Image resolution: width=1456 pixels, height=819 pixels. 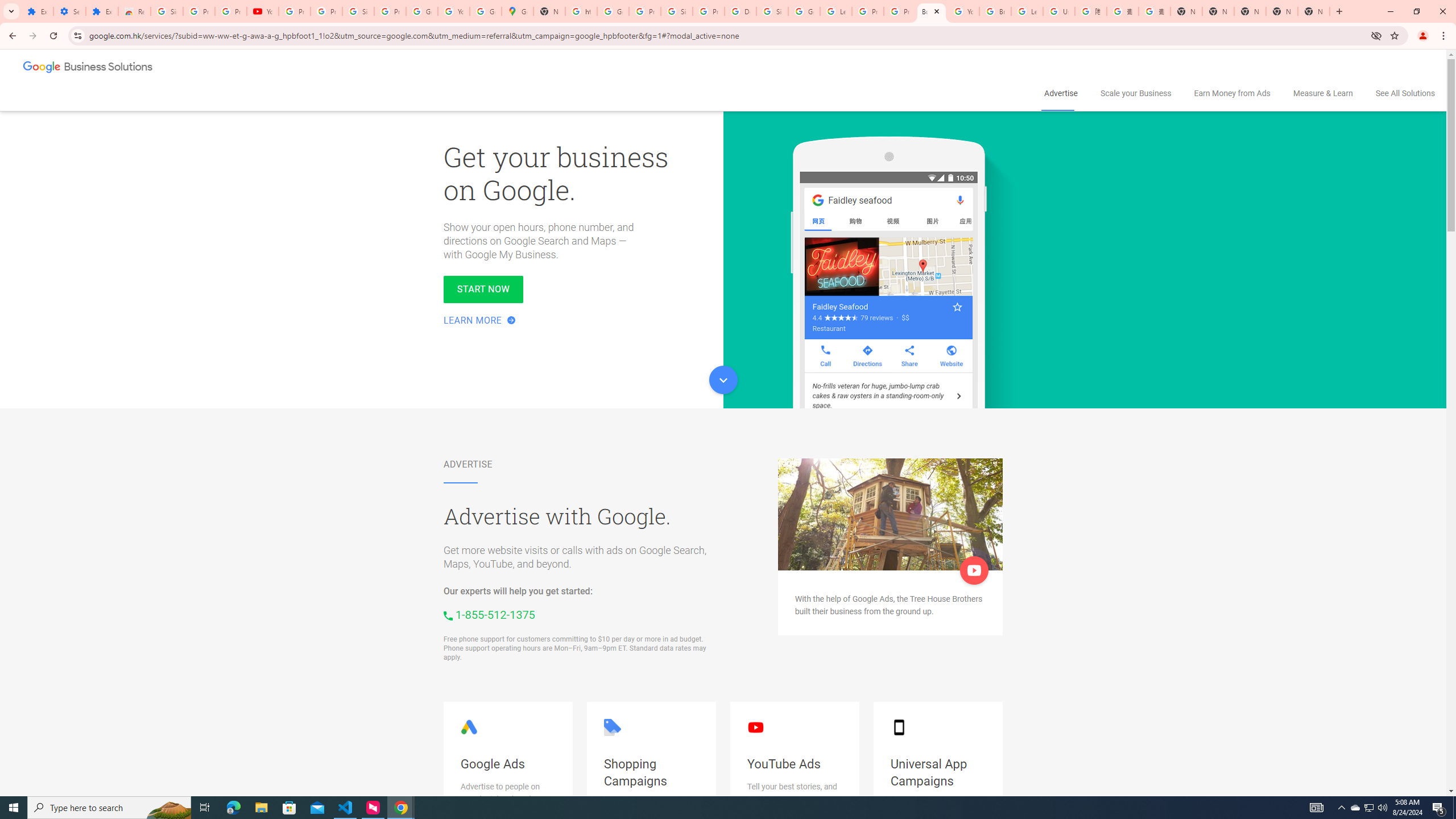 I want to click on 'Google Maps', so click(x=517, y=11).